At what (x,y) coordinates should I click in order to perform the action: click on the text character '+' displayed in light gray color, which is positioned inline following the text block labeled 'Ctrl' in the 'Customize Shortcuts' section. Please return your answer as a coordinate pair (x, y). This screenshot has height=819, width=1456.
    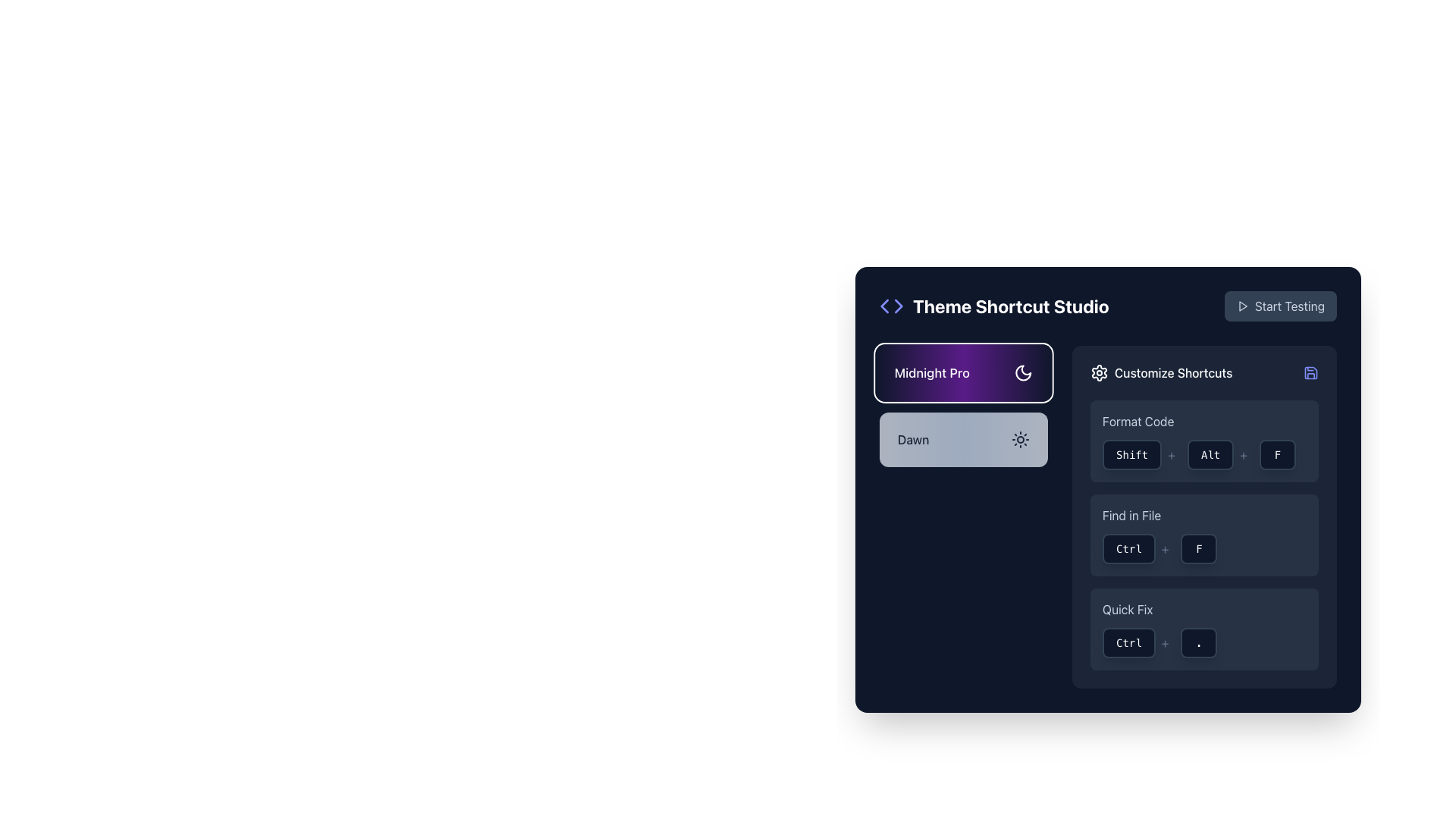
    Looking at the image, I should click on (1164, 643).